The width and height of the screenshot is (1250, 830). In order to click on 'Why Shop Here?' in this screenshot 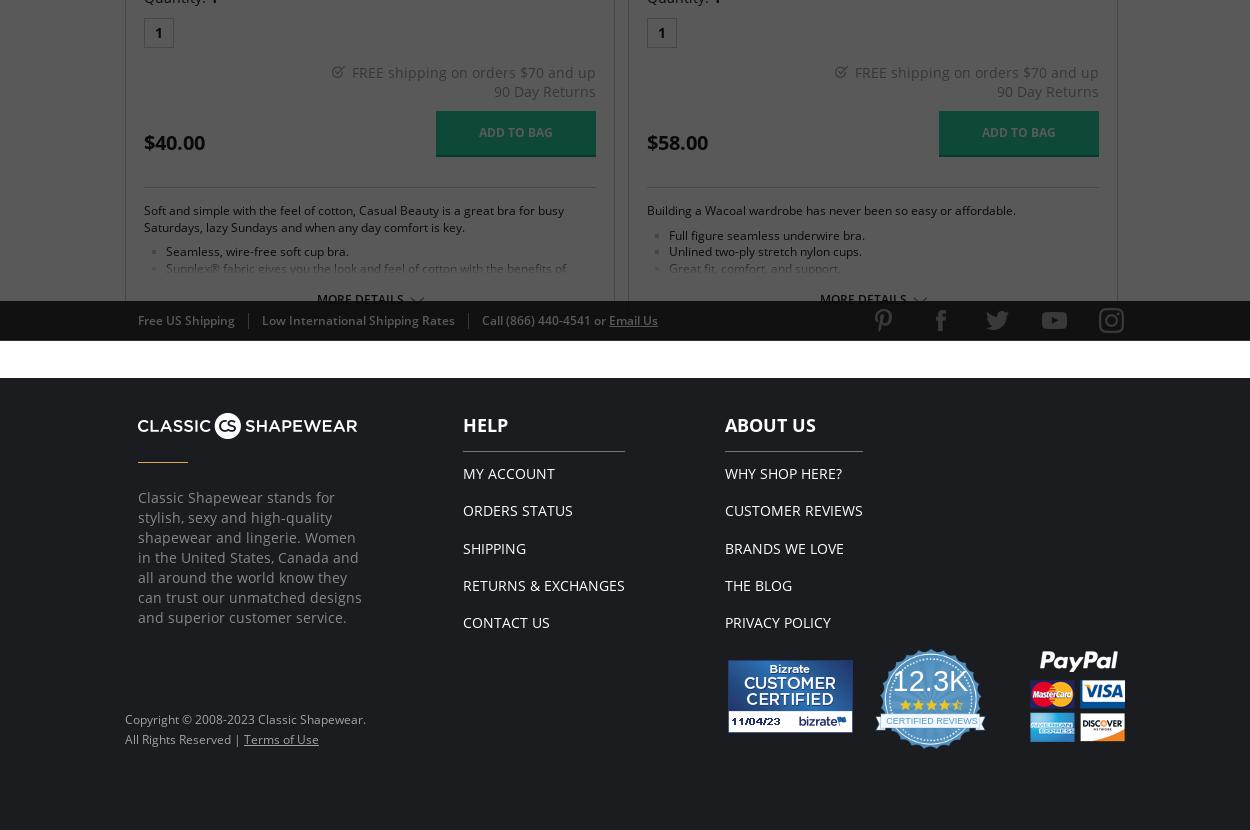, I will do `click(783, 471)`.